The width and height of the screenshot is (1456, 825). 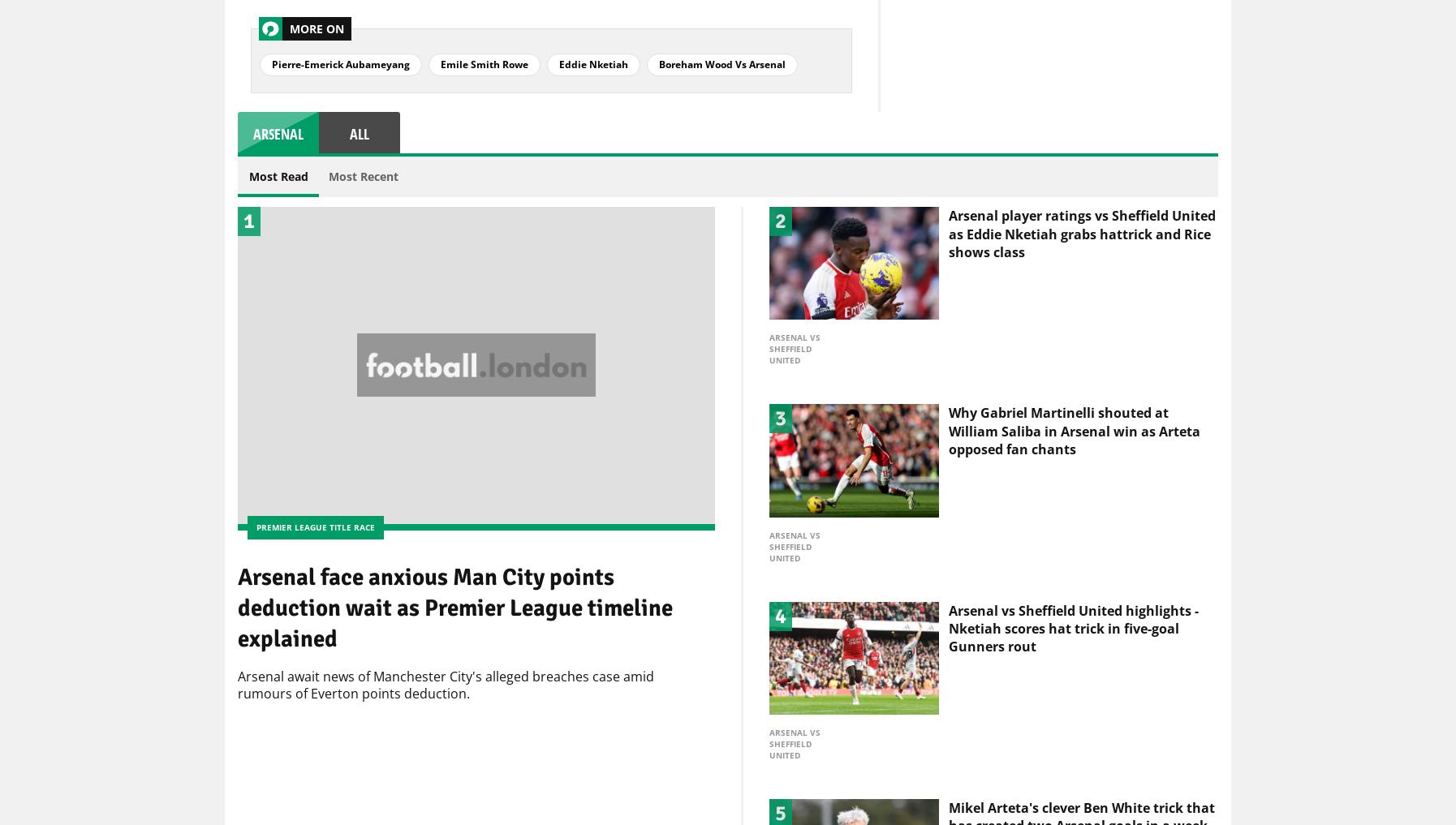 What do you see at coordinates (358, 134) in the screenshot?
I see `'all'` at bounding box center [358, 134].